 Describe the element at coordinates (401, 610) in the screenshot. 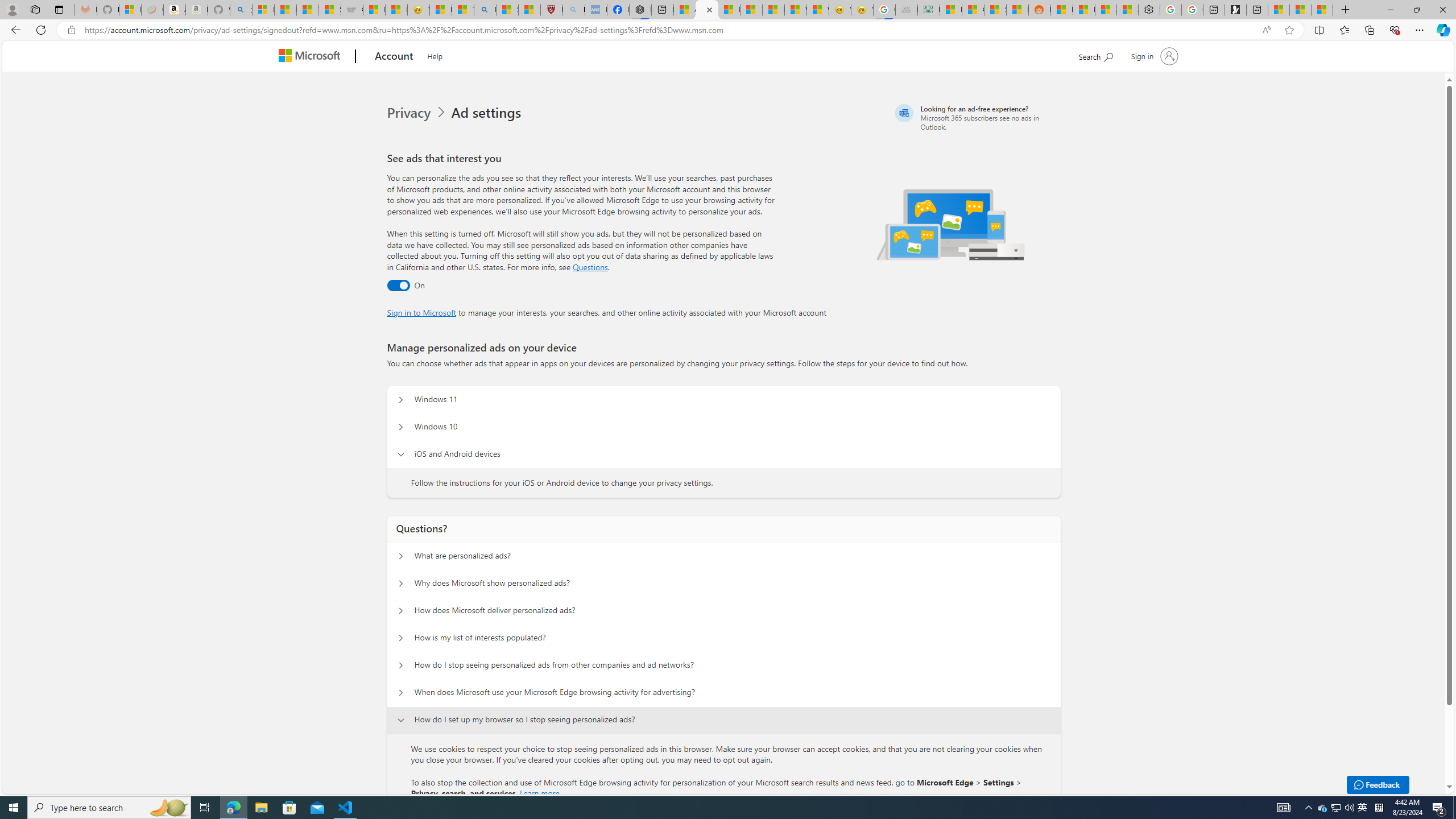

I see `'Questions? How does Microsoft deliver personalized ads?'` at that location.